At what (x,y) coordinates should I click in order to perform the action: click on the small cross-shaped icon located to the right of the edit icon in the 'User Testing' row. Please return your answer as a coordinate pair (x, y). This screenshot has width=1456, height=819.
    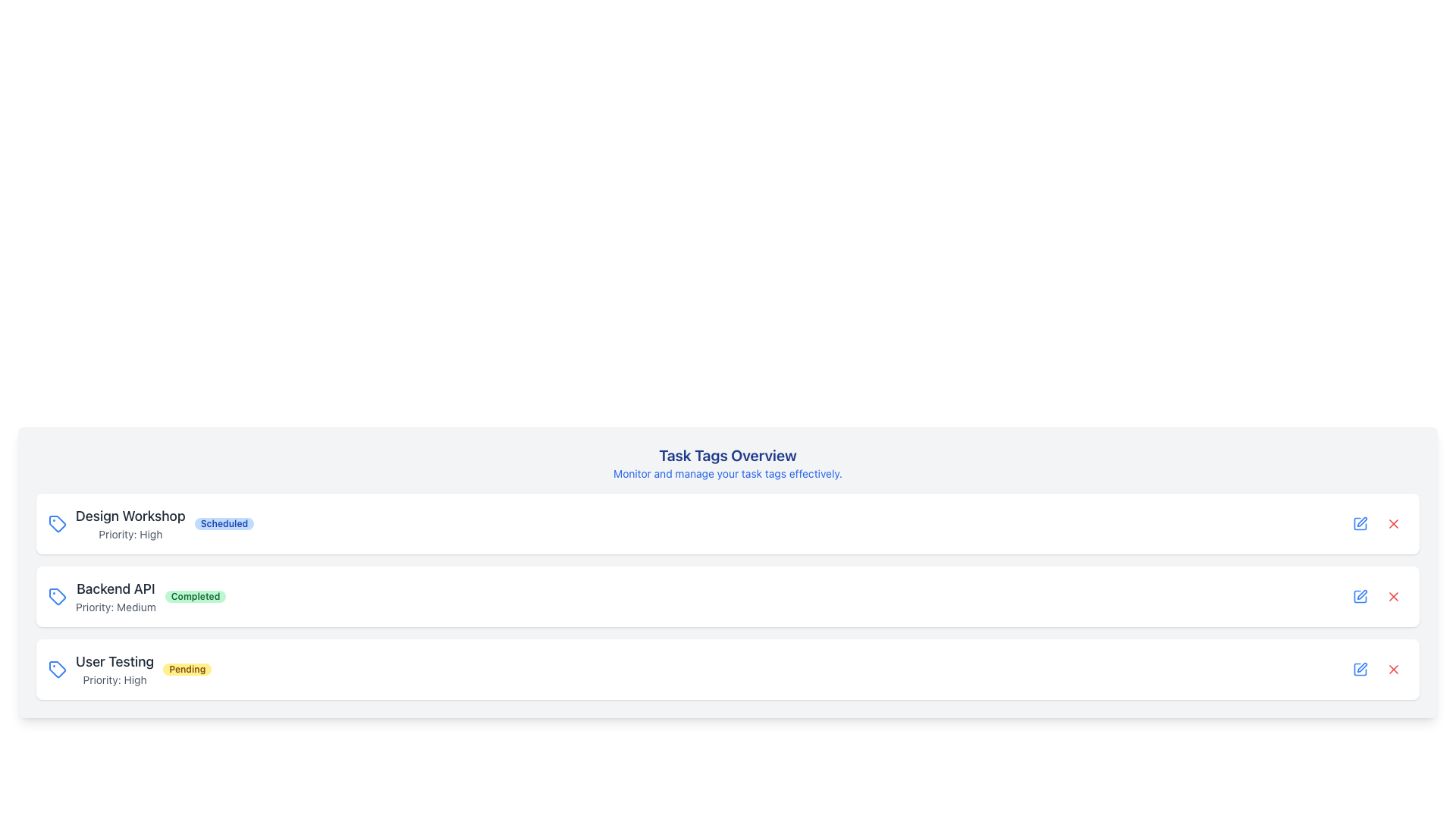
    Looking at the image, I should click on (1394, 595).